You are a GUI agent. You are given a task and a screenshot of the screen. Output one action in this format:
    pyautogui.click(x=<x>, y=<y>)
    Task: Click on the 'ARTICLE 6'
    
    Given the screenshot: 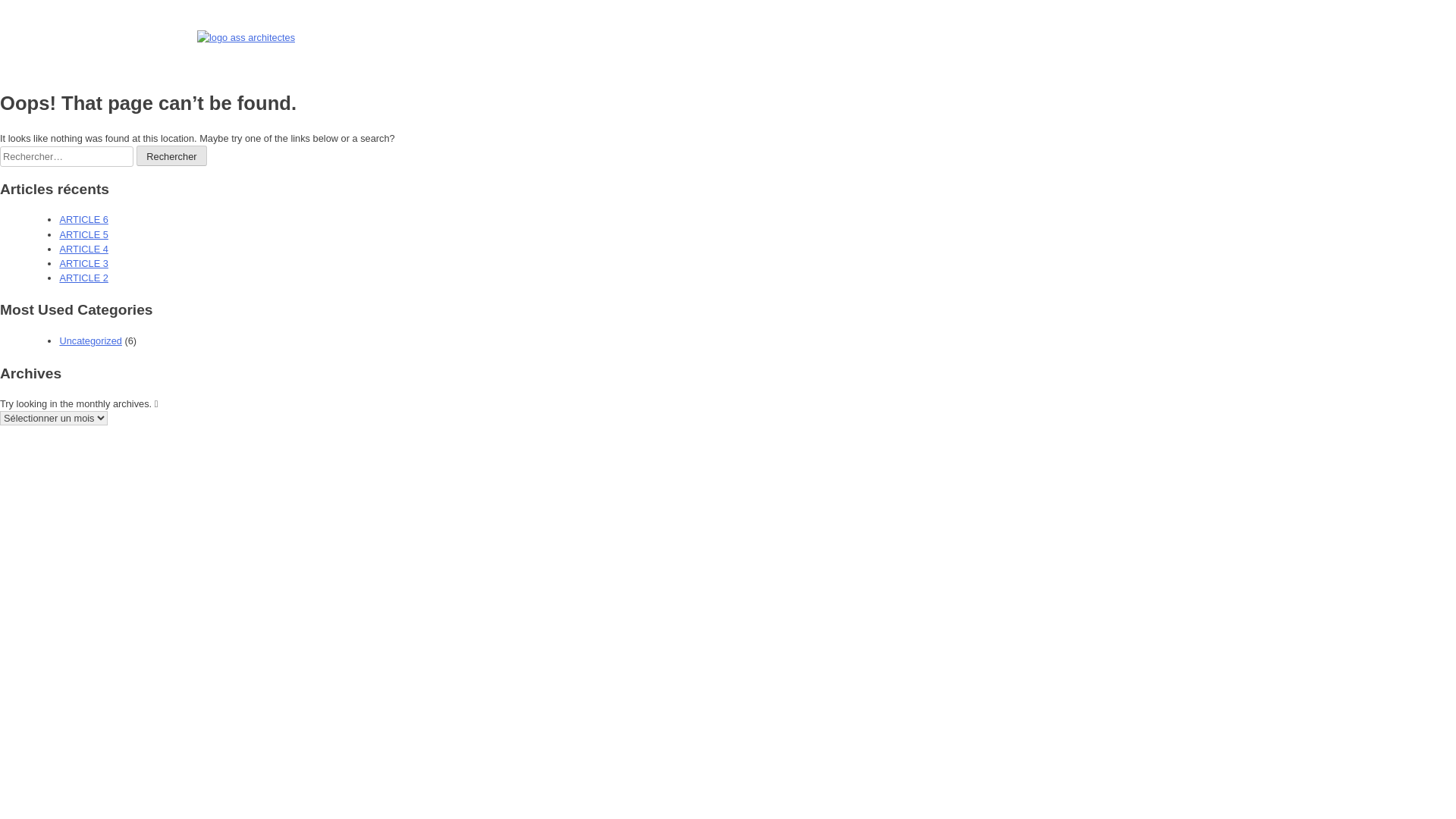 What is the action you would take?
    pyautogui.click(x=83, y=219)
    